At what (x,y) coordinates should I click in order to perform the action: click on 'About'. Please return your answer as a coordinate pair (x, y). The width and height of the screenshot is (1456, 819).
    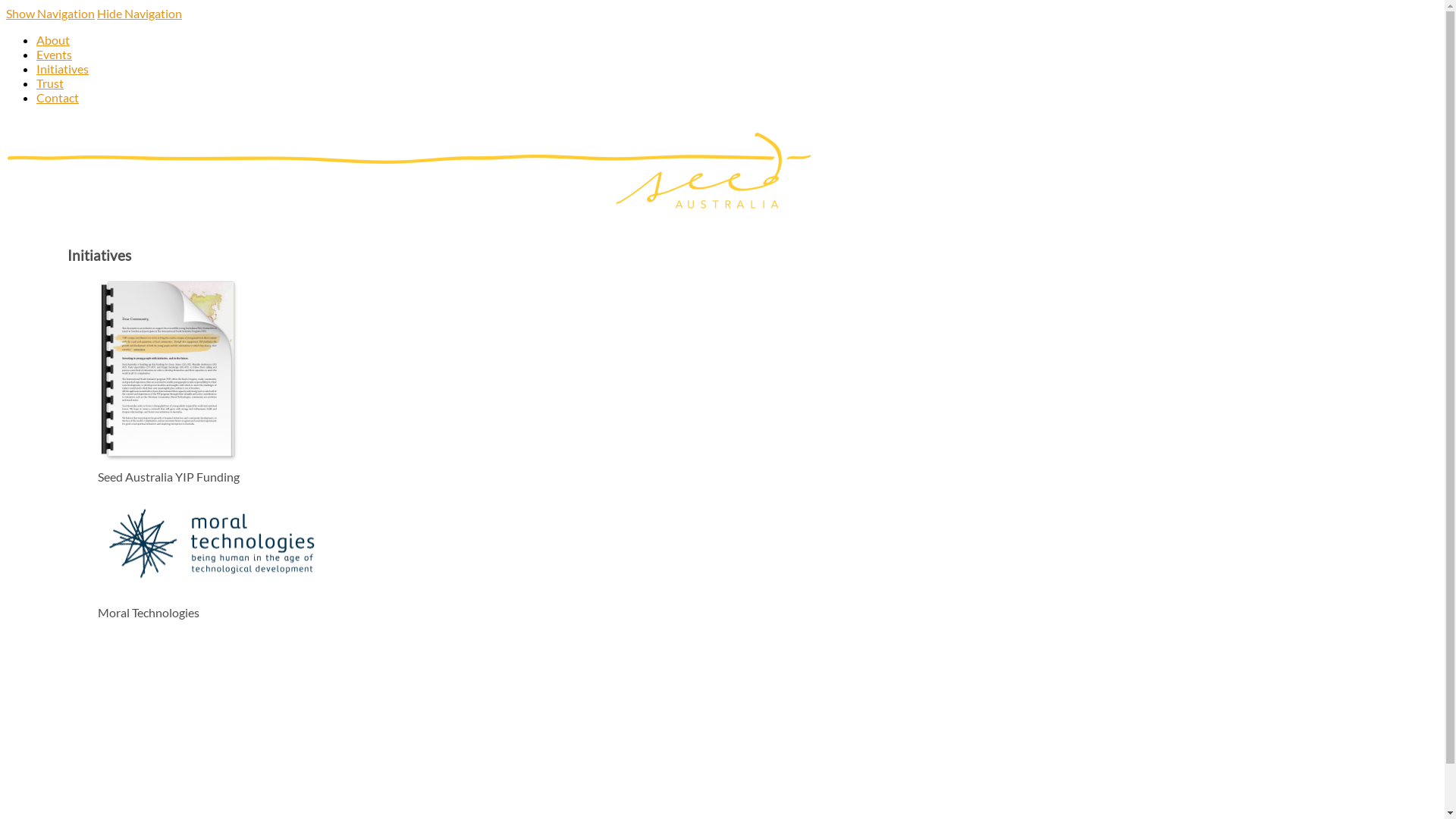
    Looking at the image, I should click on (53, 39).